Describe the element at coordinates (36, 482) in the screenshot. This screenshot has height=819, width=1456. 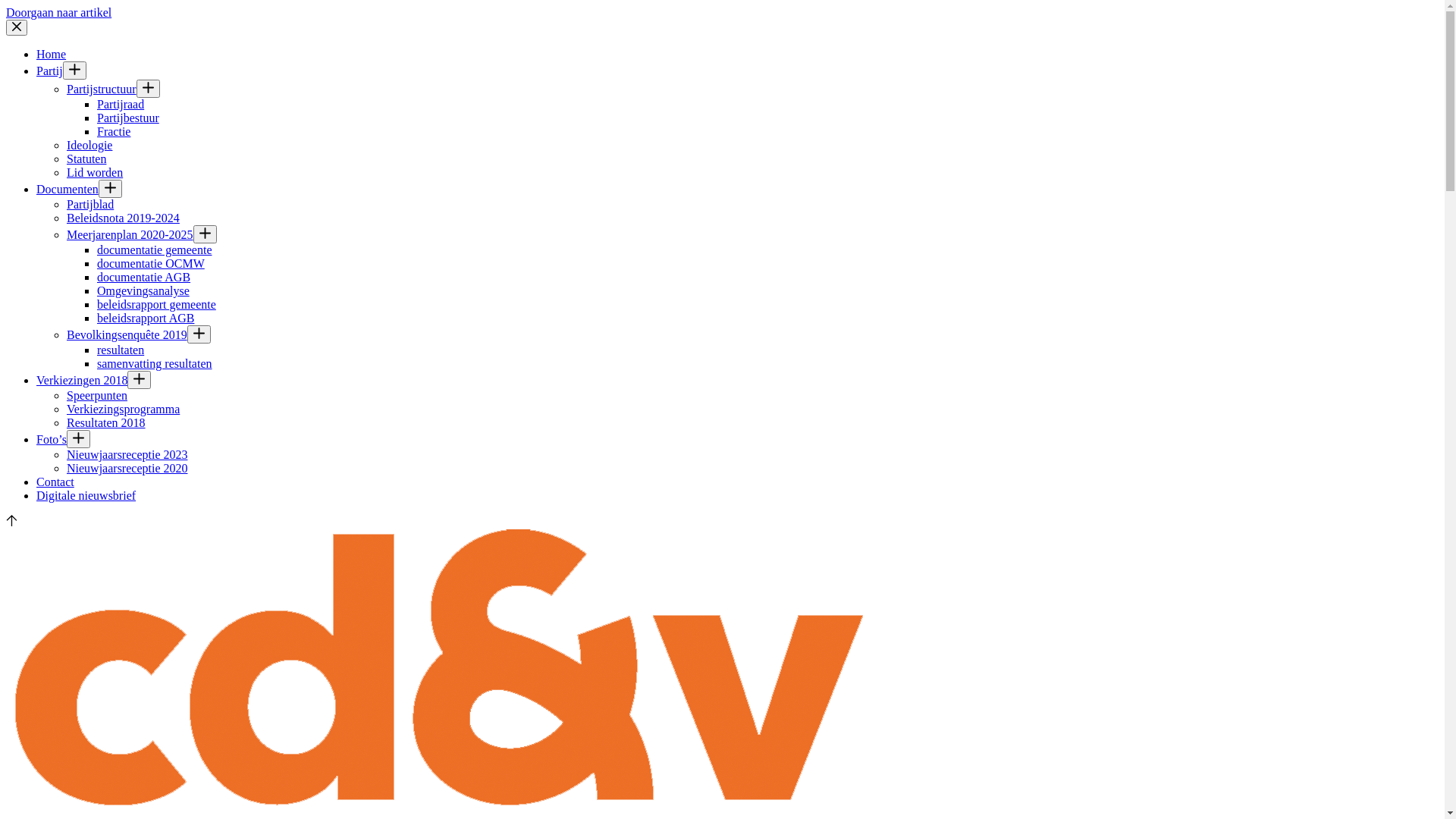
I see `'Contact'` at that location.